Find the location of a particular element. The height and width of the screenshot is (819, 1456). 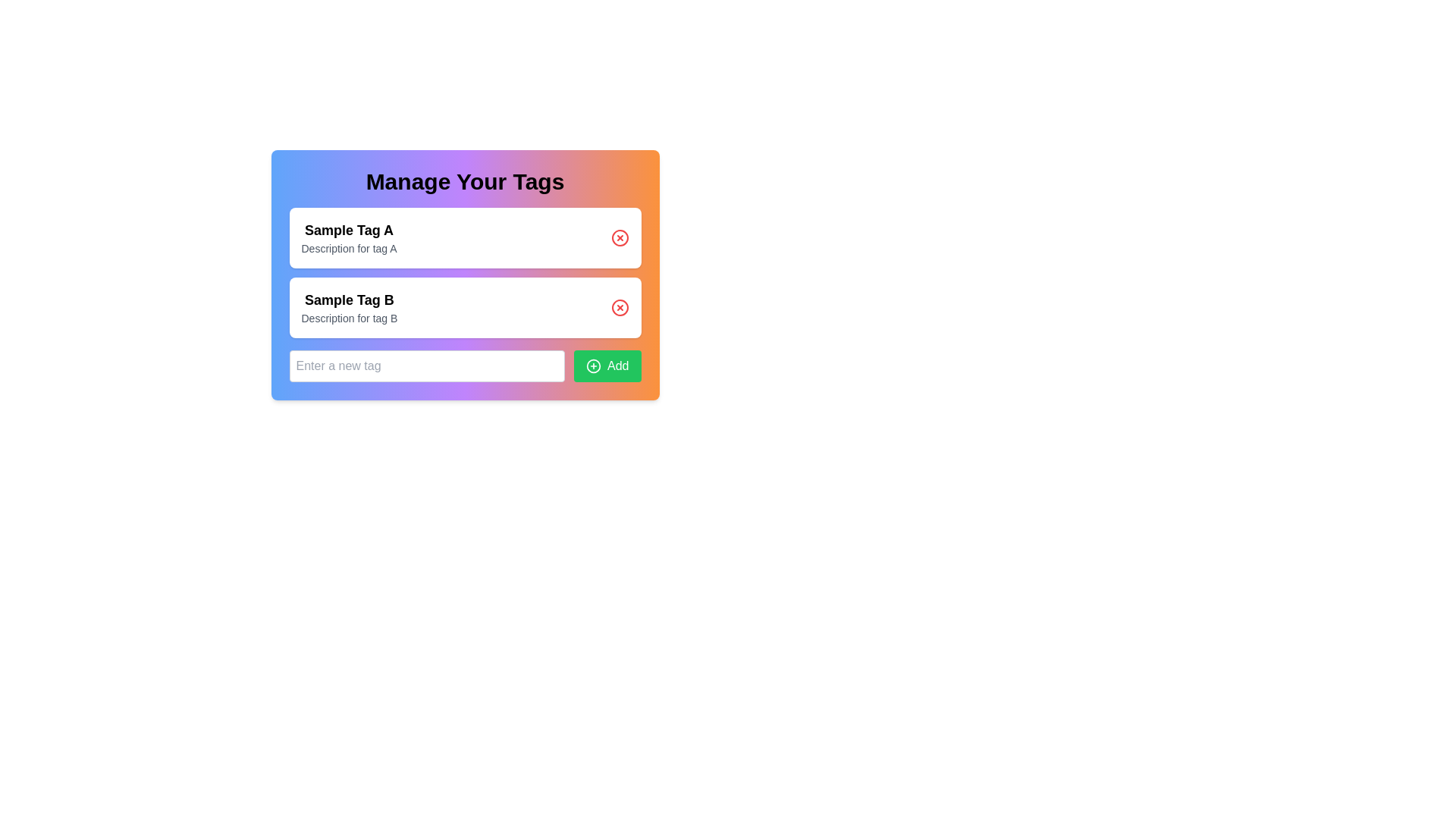

the graphical circle element of the delete button located to the right of 'Sample Tag A' to initiate the delete action is located at coordinates (620, 237).